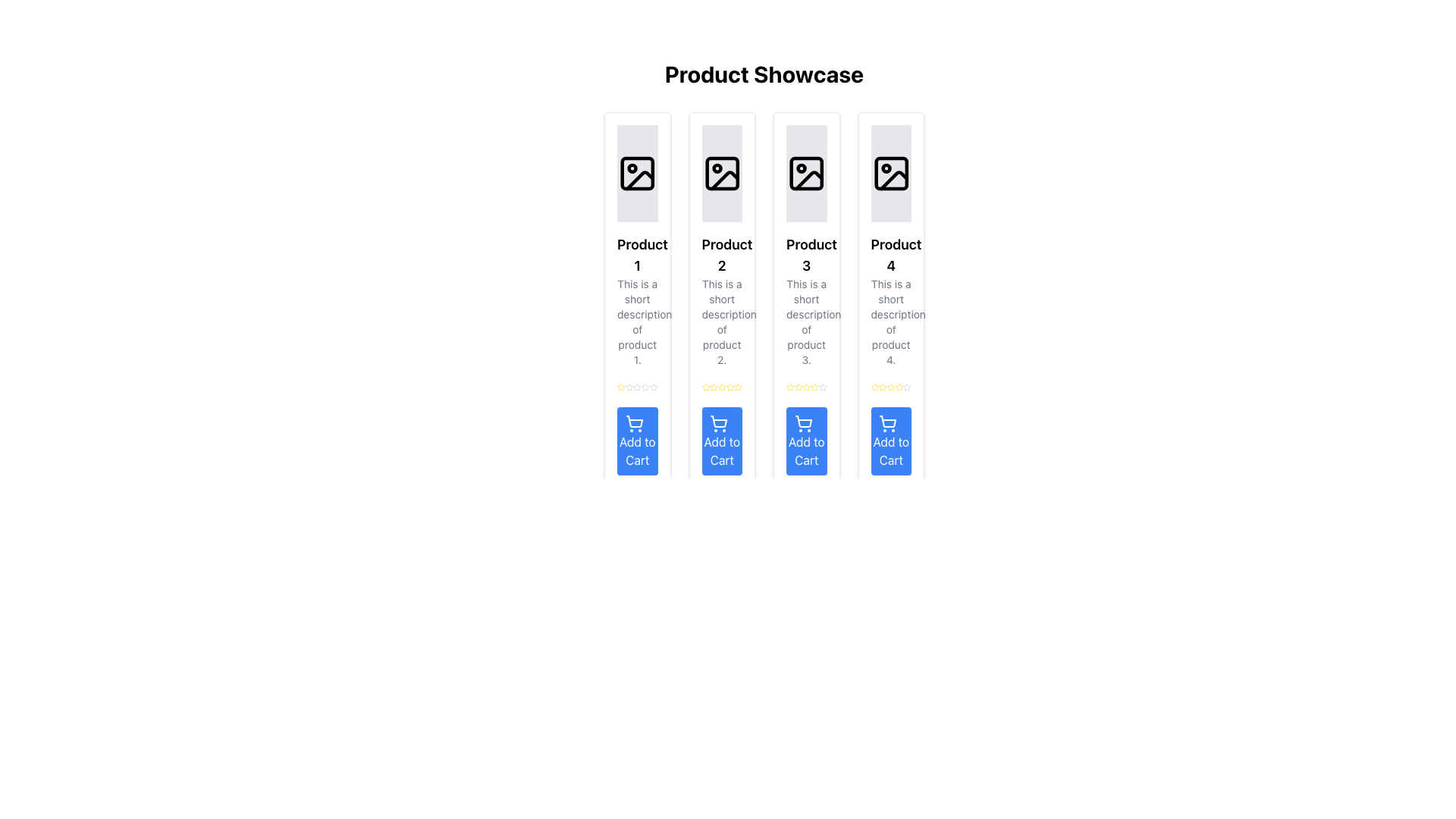  I want to click on the first star rating element for 'Product 1', located above the 'Add to Cart' button, so click(621, 386).